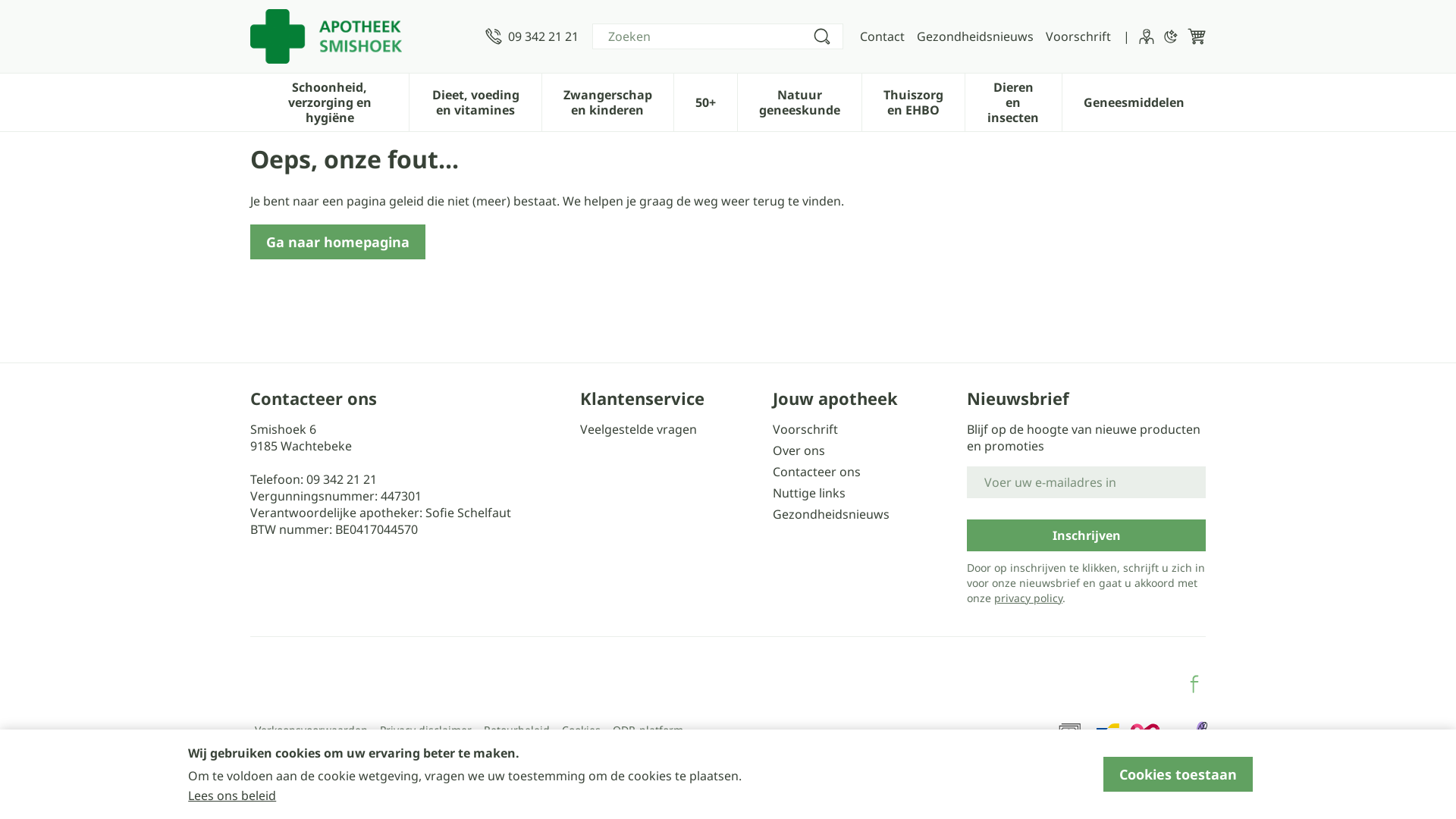 This screenshot has height=819, width=1456. I want to click on 'Natuur geneeskunde', so click(799, 100).